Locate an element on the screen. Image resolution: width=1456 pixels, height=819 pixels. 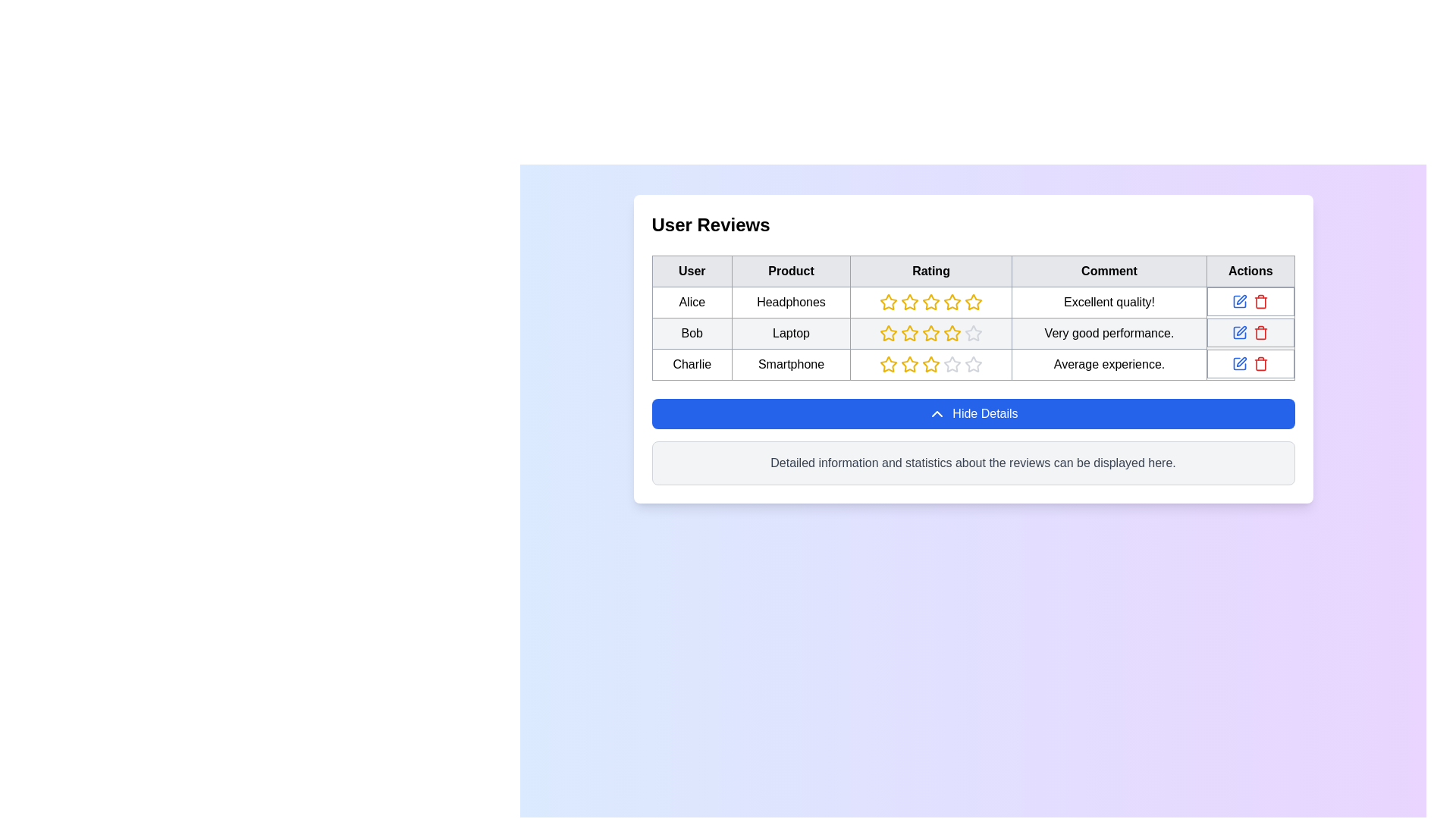
text 'Charlie' from the first cell in the last row of the table under the 'User Reviews' section is located at coordinates (691, 365).